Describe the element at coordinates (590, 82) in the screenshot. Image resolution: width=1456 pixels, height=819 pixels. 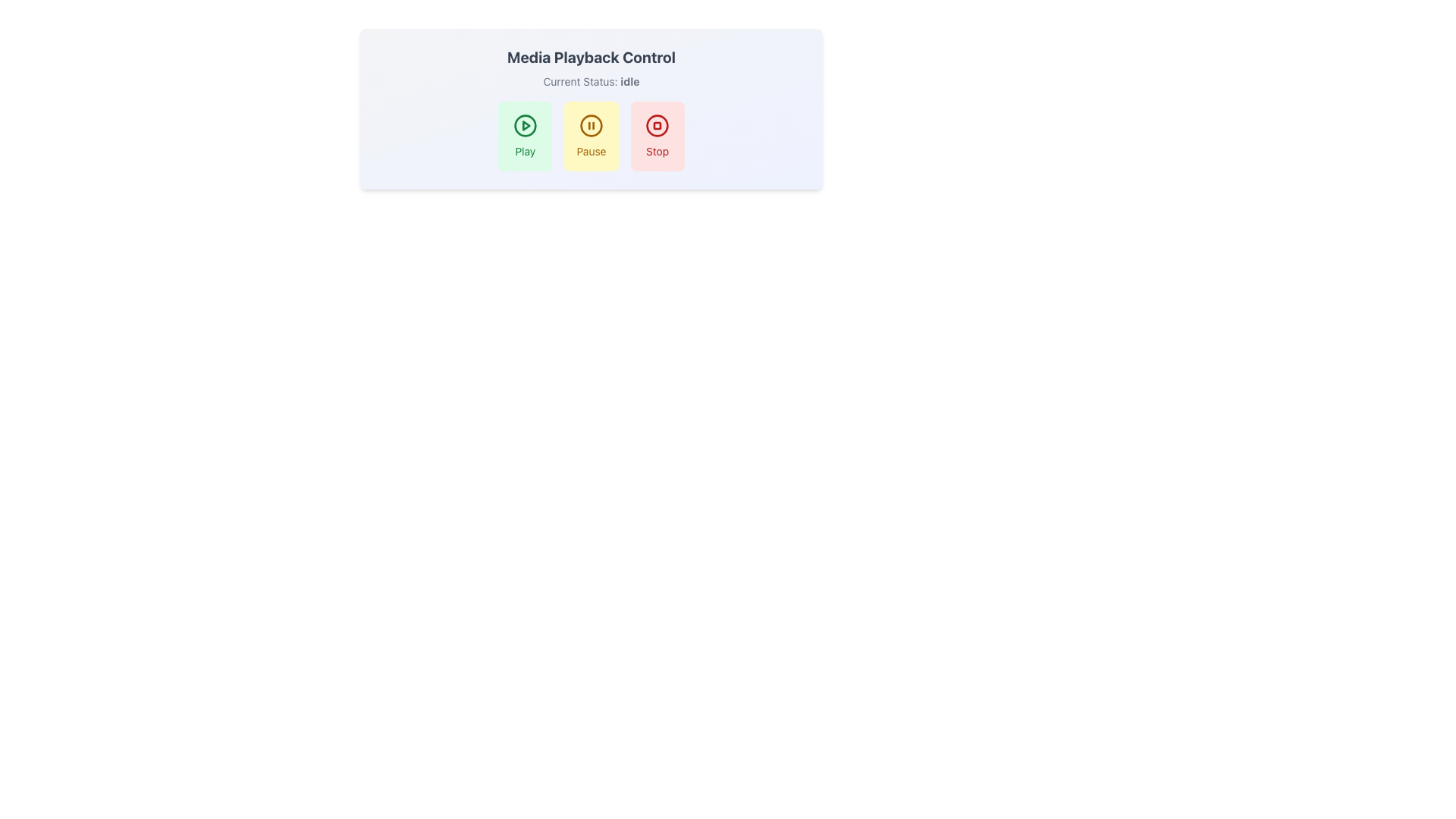
I see `the 'Current Status: idle' text label located in the Media Playback Control panel, which indicates the current state of the media playback system` at that location.